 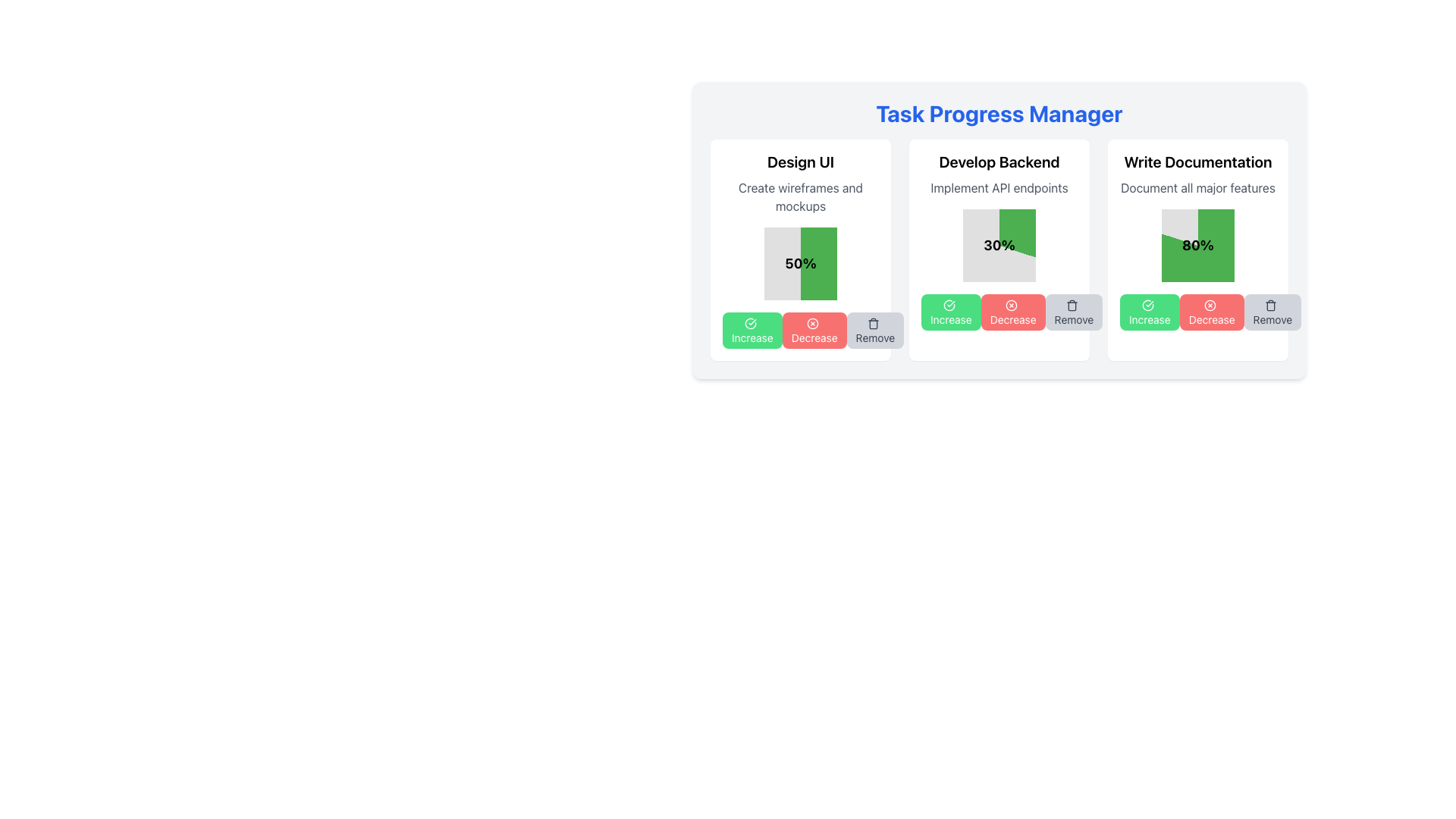 I want to click on the small circular icon with a checkmark inside, which has a green background and white border, located inside the green 'Increase' button, positioned to the left of the text 'Increase', so click(x=751, y=323).